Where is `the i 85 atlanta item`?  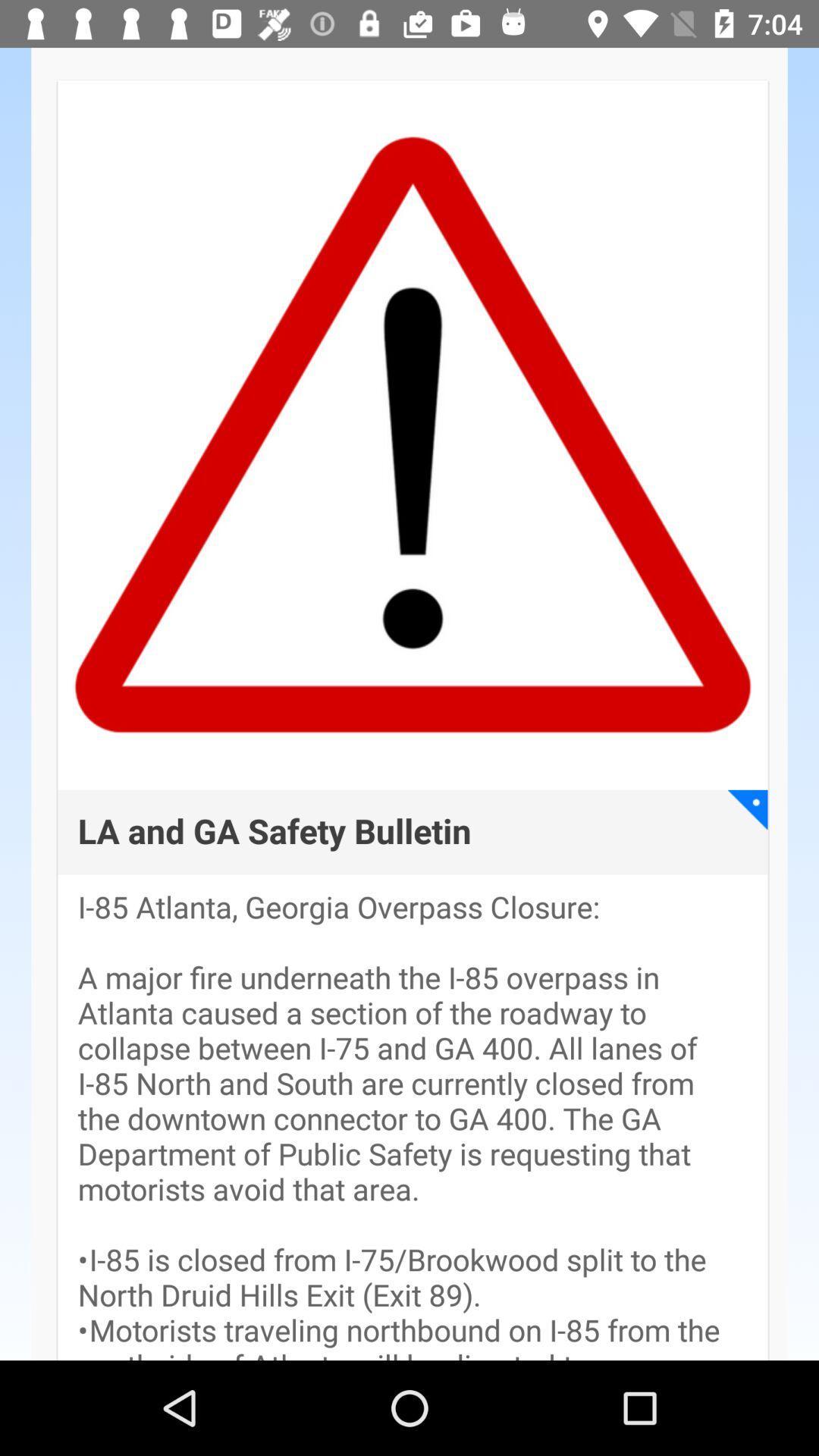 the i 85 atlanta item is located at coordinates (413, 1125).